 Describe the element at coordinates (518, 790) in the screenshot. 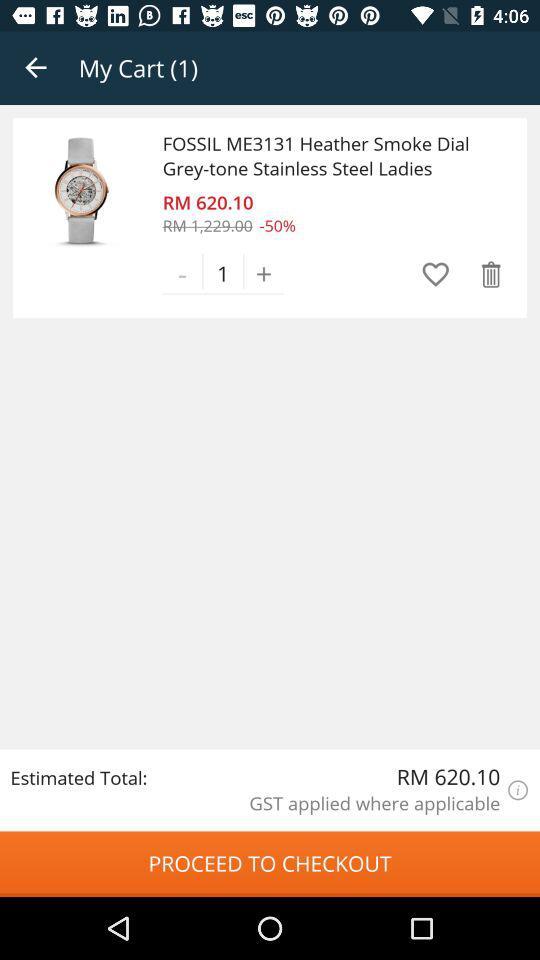

I see `the info icon` at that location.